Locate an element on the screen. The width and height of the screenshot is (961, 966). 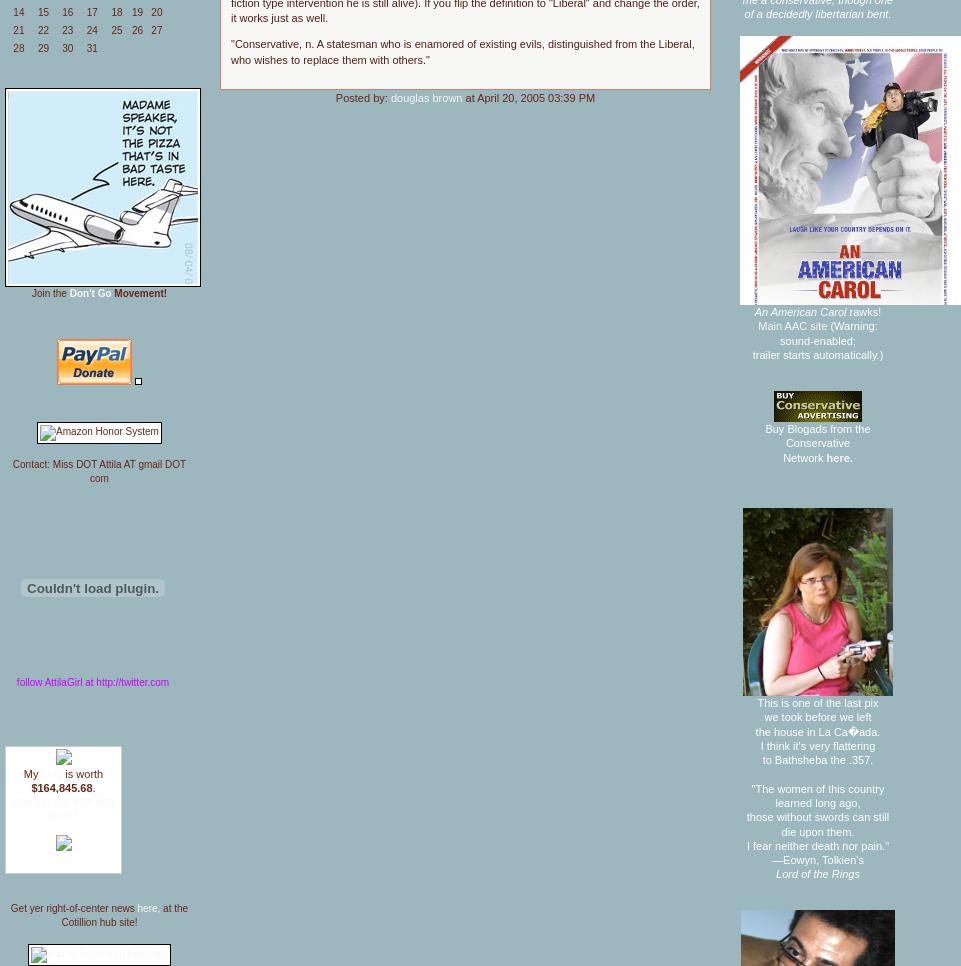
'Contact:
Miss  DOT  Attila  AT  gmail  DOT  com' is located at coordinates (98, 471).